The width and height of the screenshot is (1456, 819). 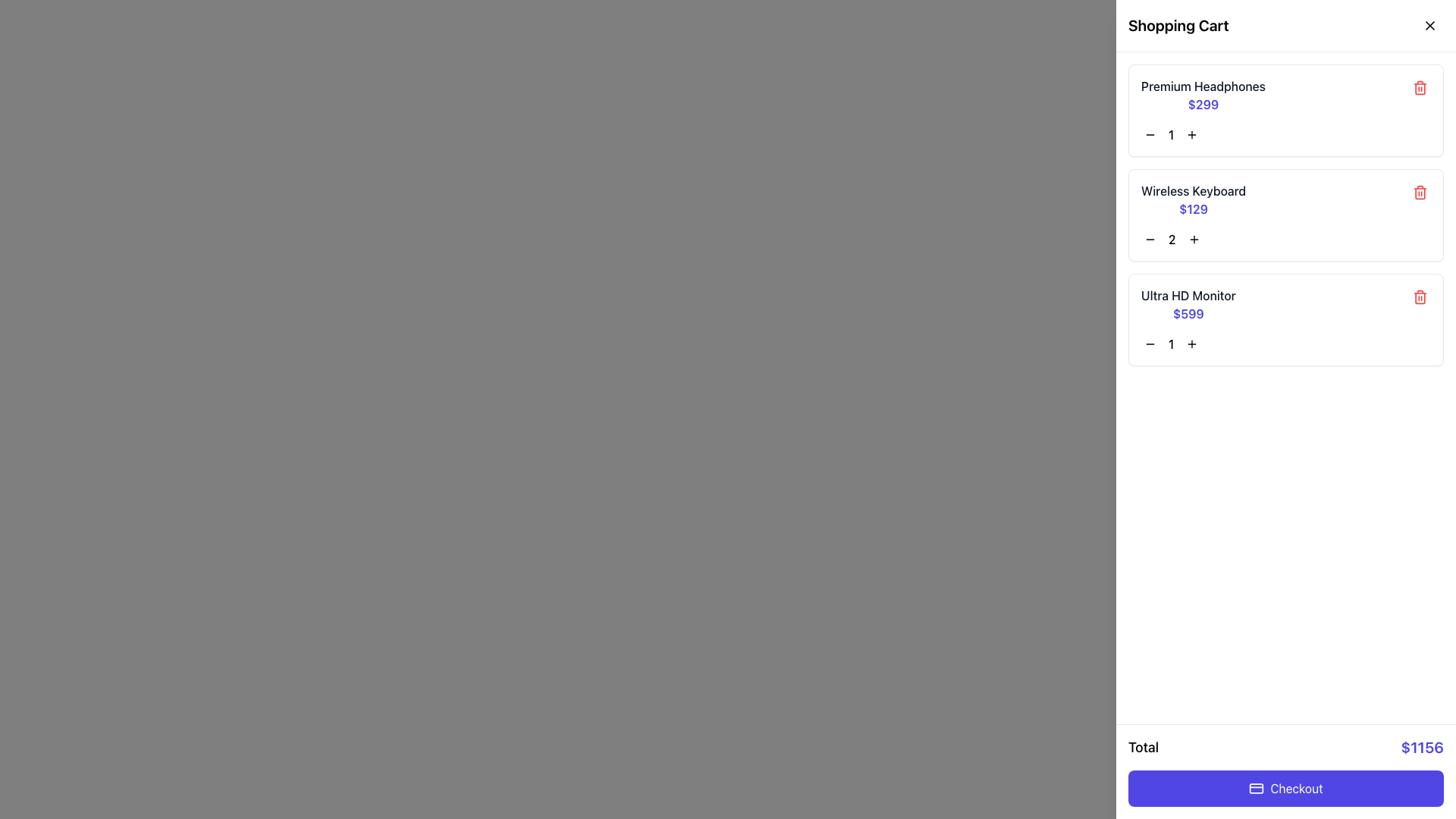 What do you see at coordinates (1170, 344) in the screenshot?
I see `the numerical text element displaying '1' in the shopping cart, located between the minus ('−') and plus ('+') buttons for the 'Ultra HD Monitor' item` at bounding box center [1170, 344].